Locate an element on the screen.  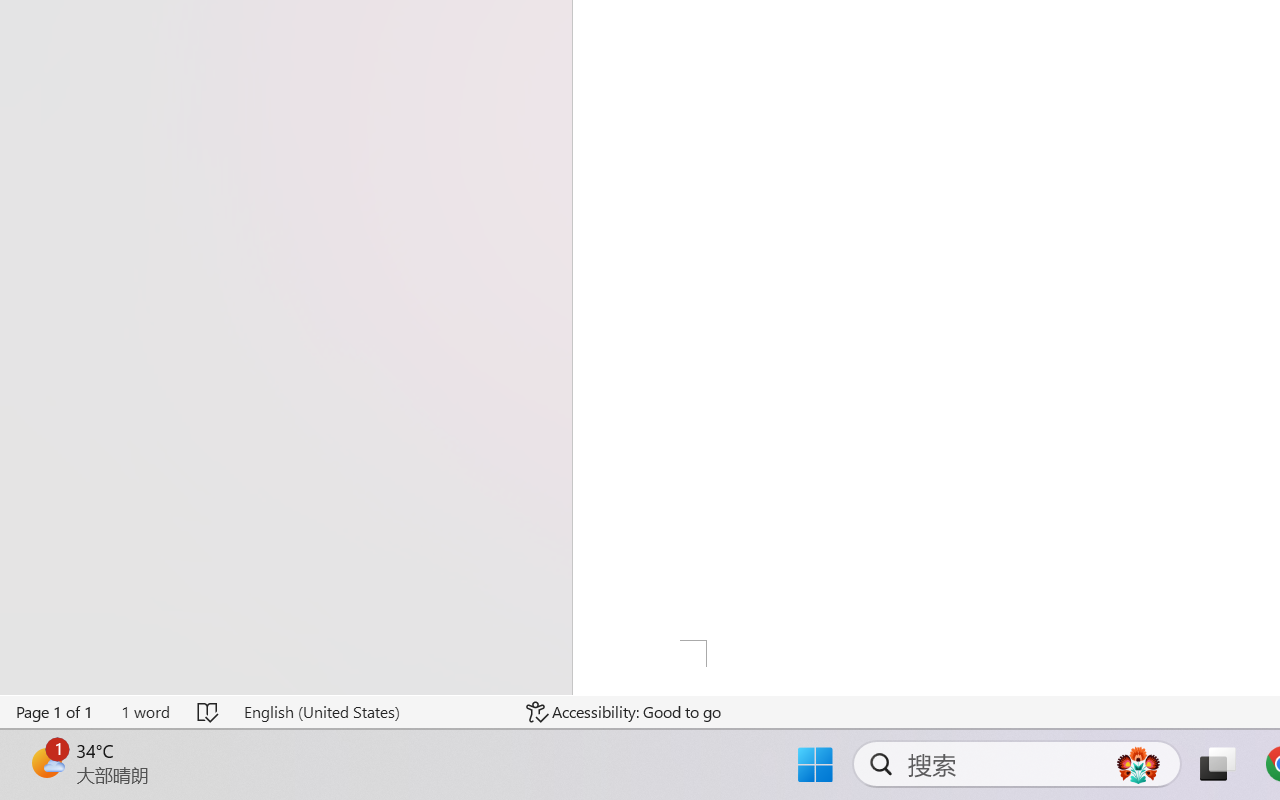
'AutomationID: DynamicSearchBoxGleamImage' is located at coordinates (1138, 764).